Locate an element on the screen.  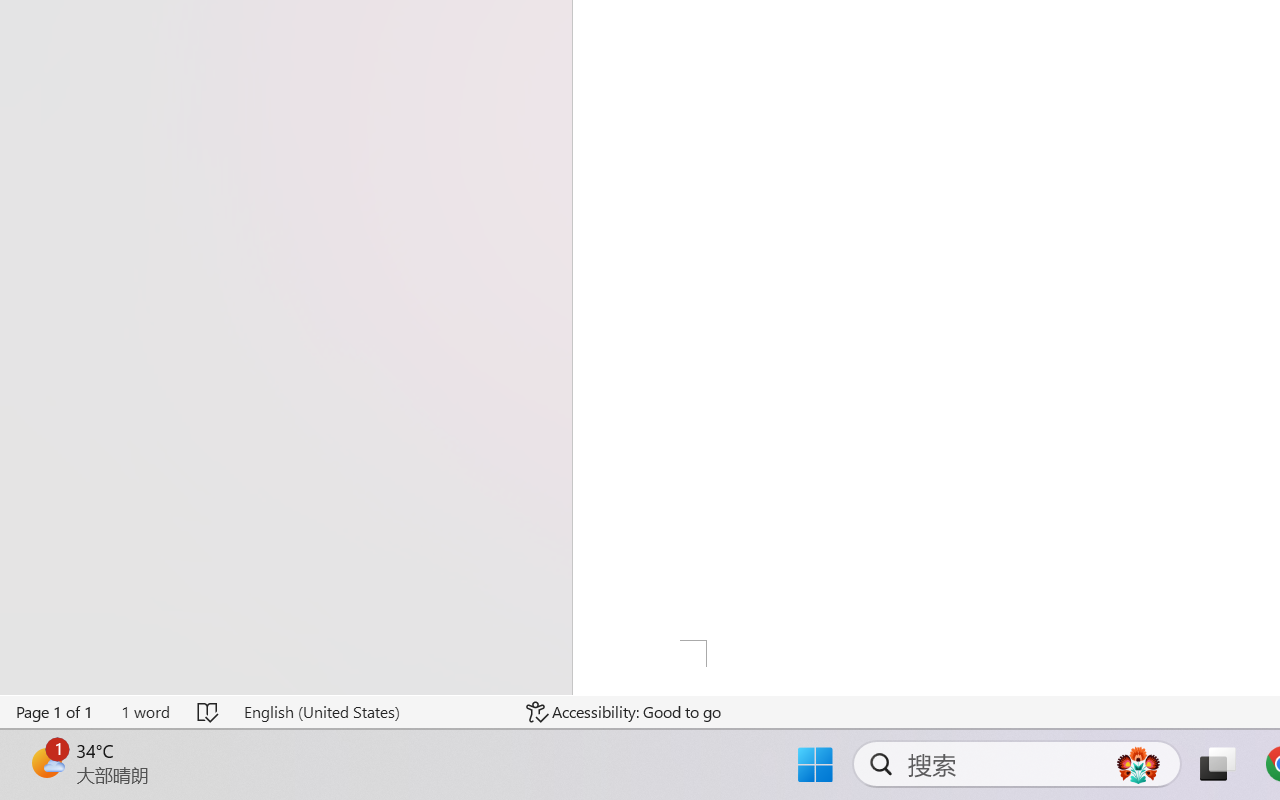
'AutomationID: DynamicSearchBoxGleamImage' is located at coordinates (1138, 764).